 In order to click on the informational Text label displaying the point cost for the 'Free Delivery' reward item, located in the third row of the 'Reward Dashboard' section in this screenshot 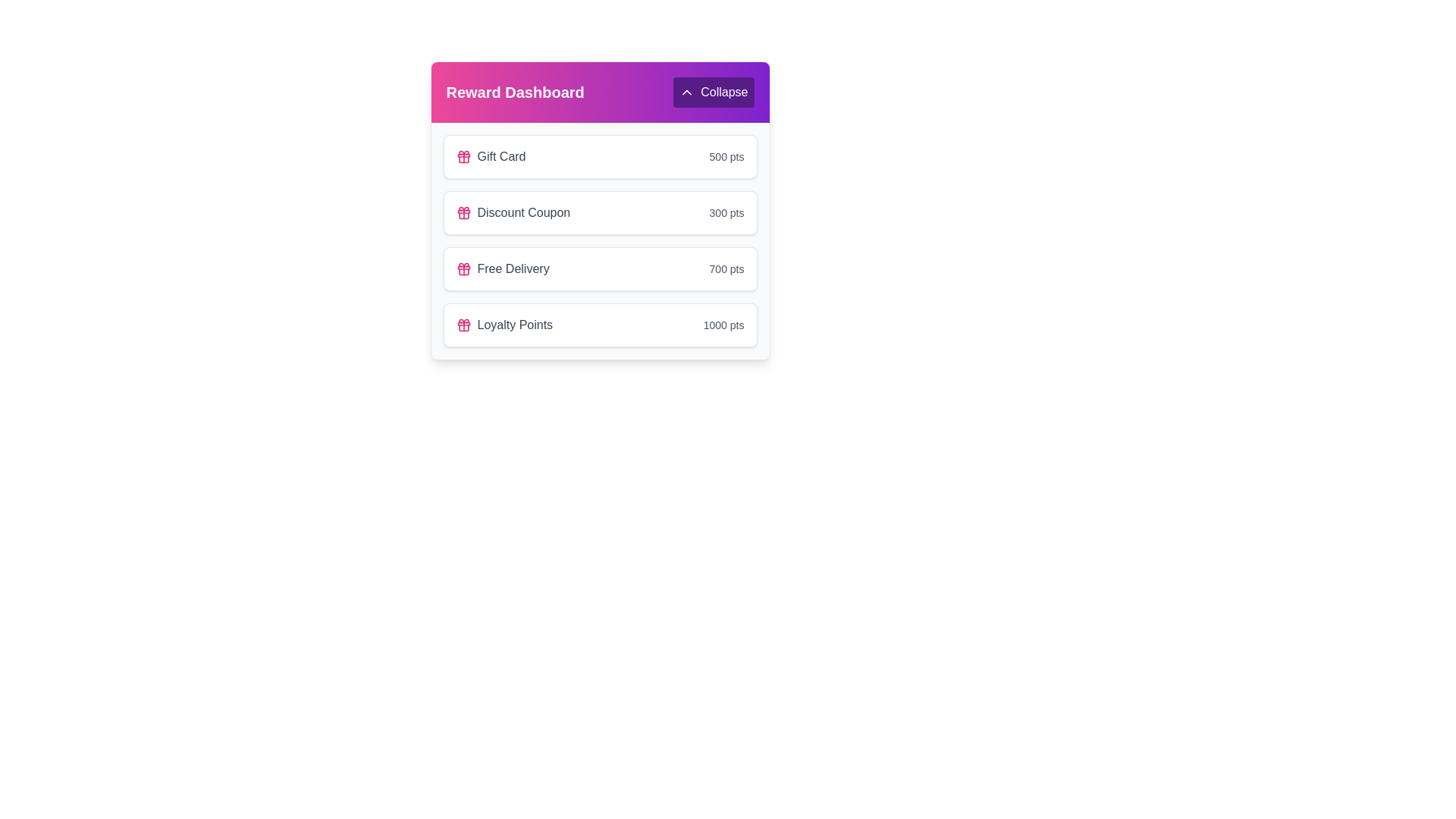, I will do `click(726, 268)`.